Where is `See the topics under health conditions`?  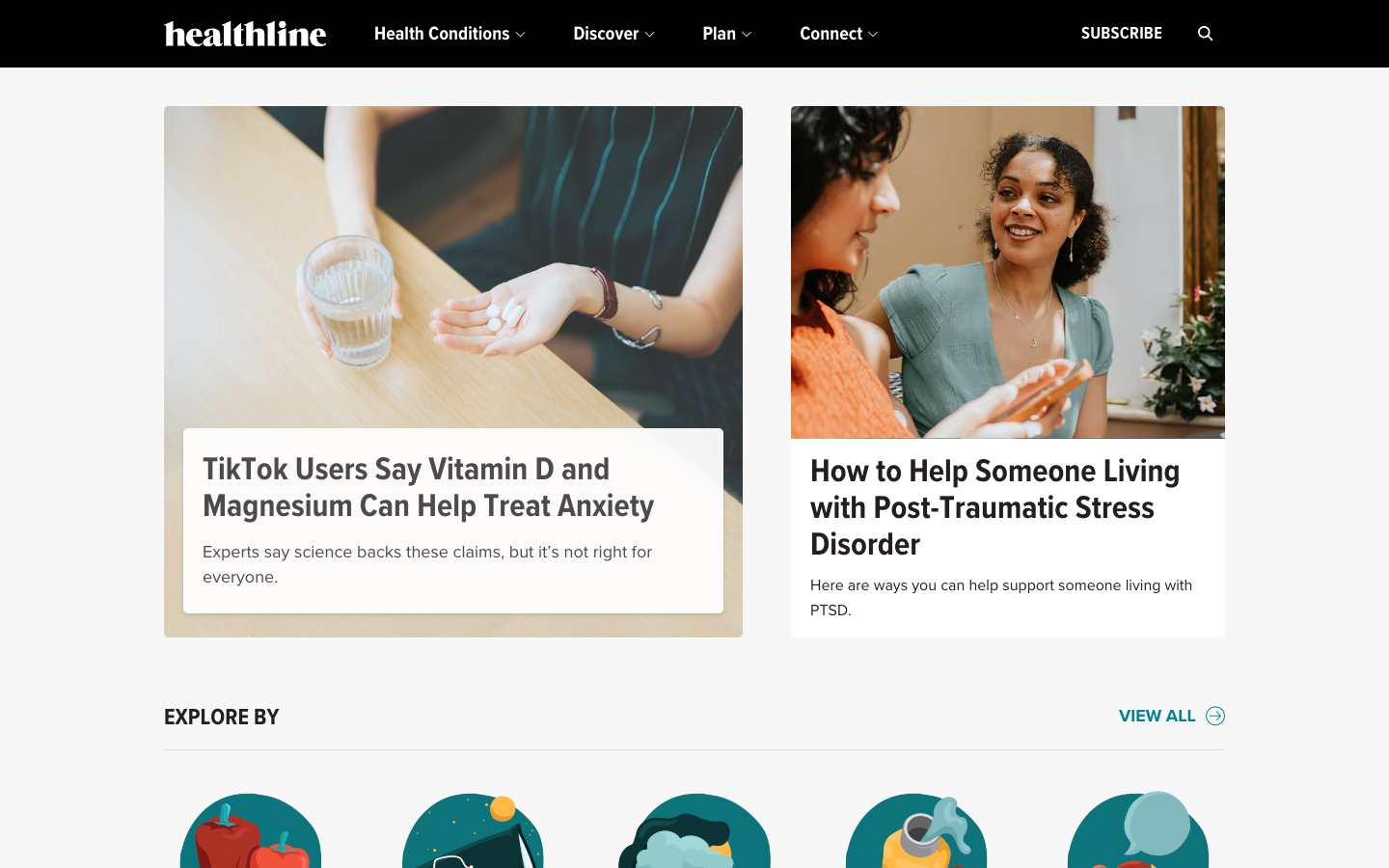 See the topics under health conditions is located at coordinates (449, 33).